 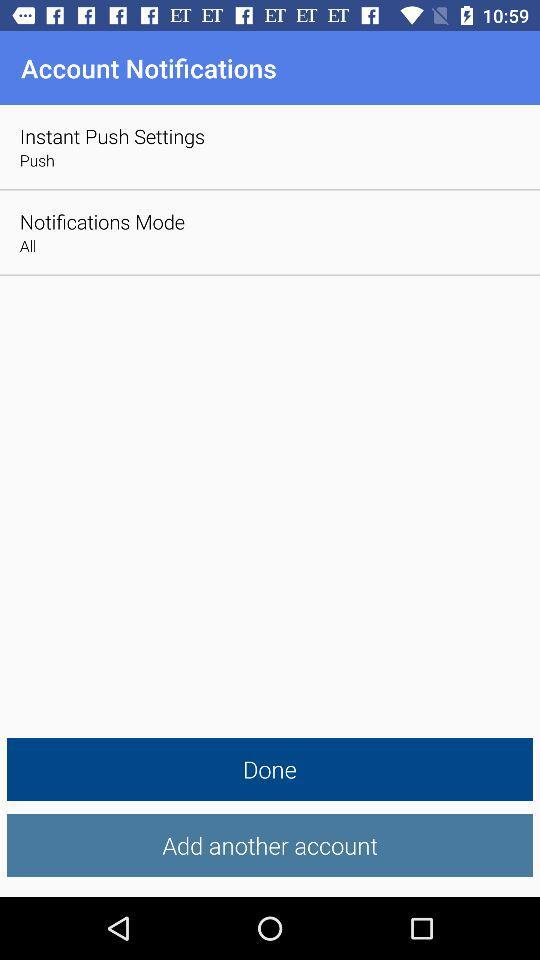 I want to click on the icon below done, so click(x=270, y=844).